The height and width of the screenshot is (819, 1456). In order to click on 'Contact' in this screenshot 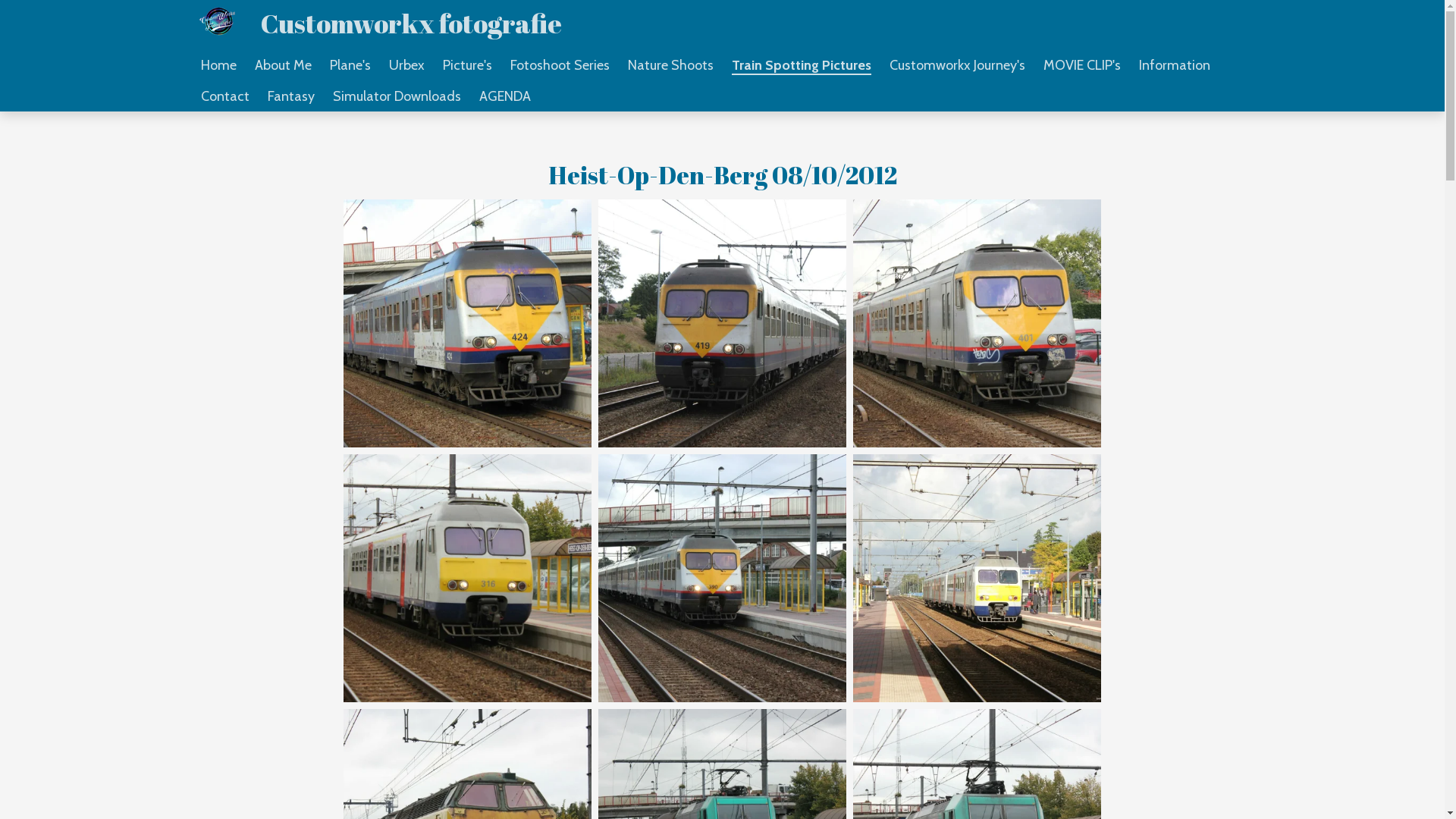, I will do `click(190, 96)`.